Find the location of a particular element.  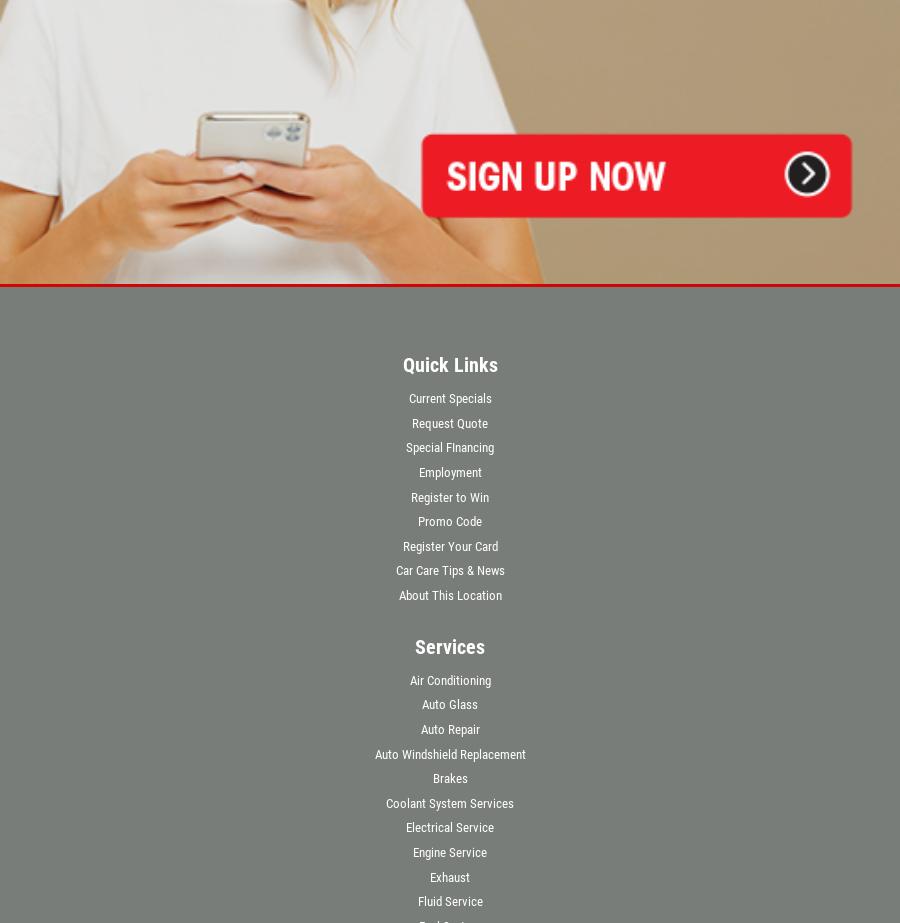

'Employment' is located at coordinates (449, 470).